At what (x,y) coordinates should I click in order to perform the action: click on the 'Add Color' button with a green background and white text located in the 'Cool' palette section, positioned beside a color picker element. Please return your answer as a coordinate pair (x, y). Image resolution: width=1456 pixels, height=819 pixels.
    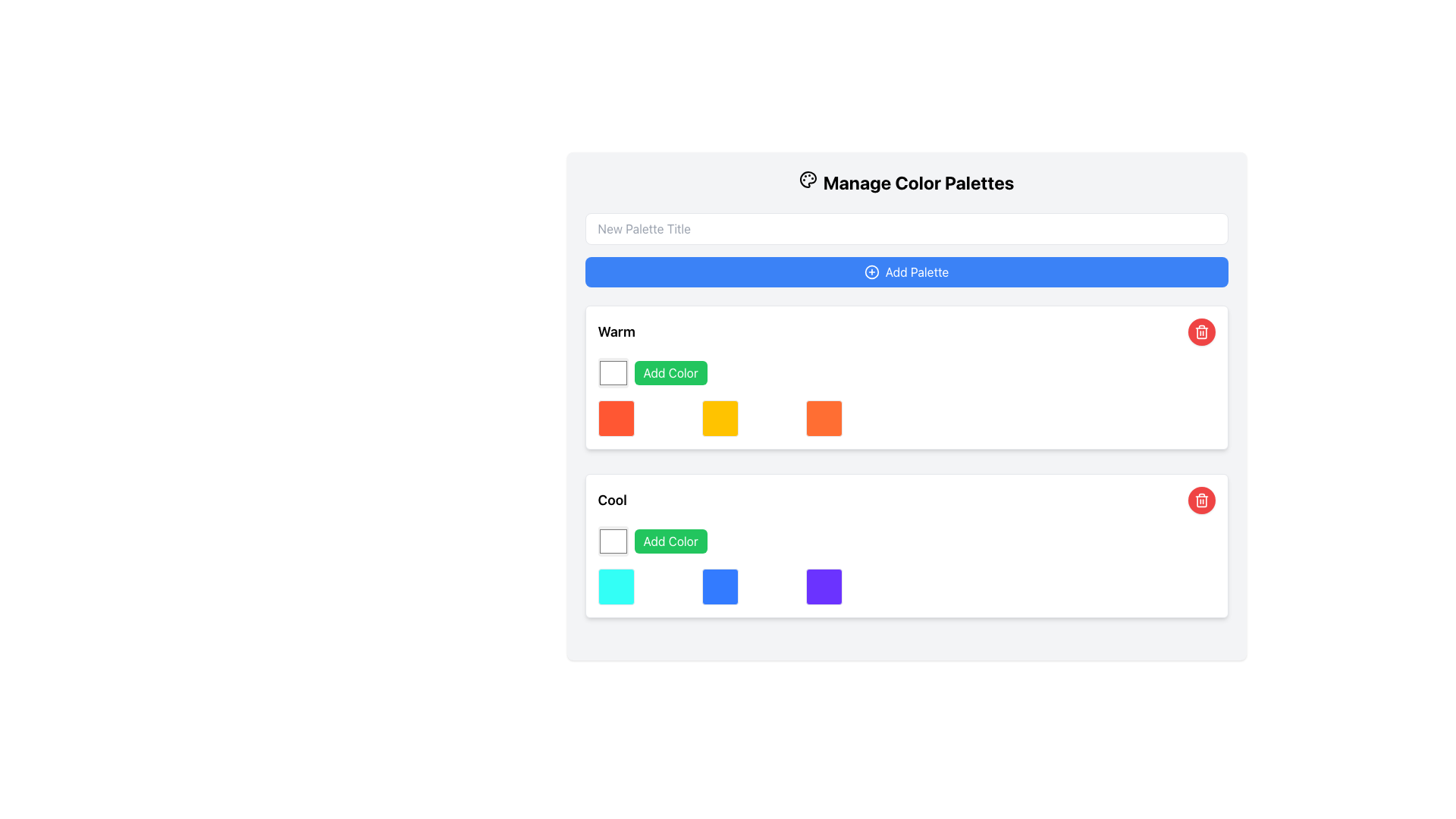
    Looking at the image, I should click on (670, 540).